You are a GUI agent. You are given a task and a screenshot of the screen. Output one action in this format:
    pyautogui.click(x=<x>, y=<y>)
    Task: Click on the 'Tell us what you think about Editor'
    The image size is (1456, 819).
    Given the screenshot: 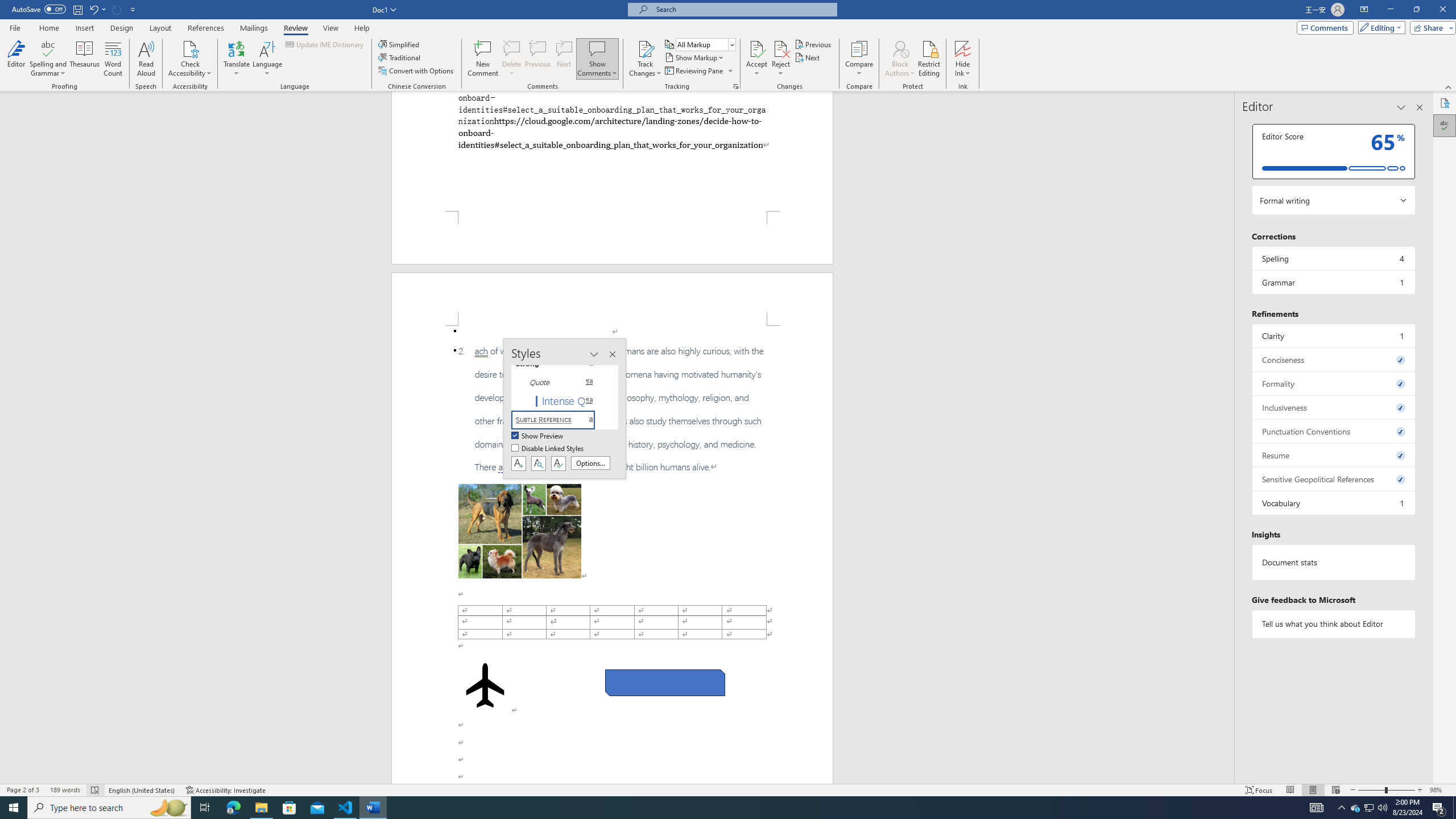 What is the action you would take?
    pyautogui.click(x=1333, y=623)
    